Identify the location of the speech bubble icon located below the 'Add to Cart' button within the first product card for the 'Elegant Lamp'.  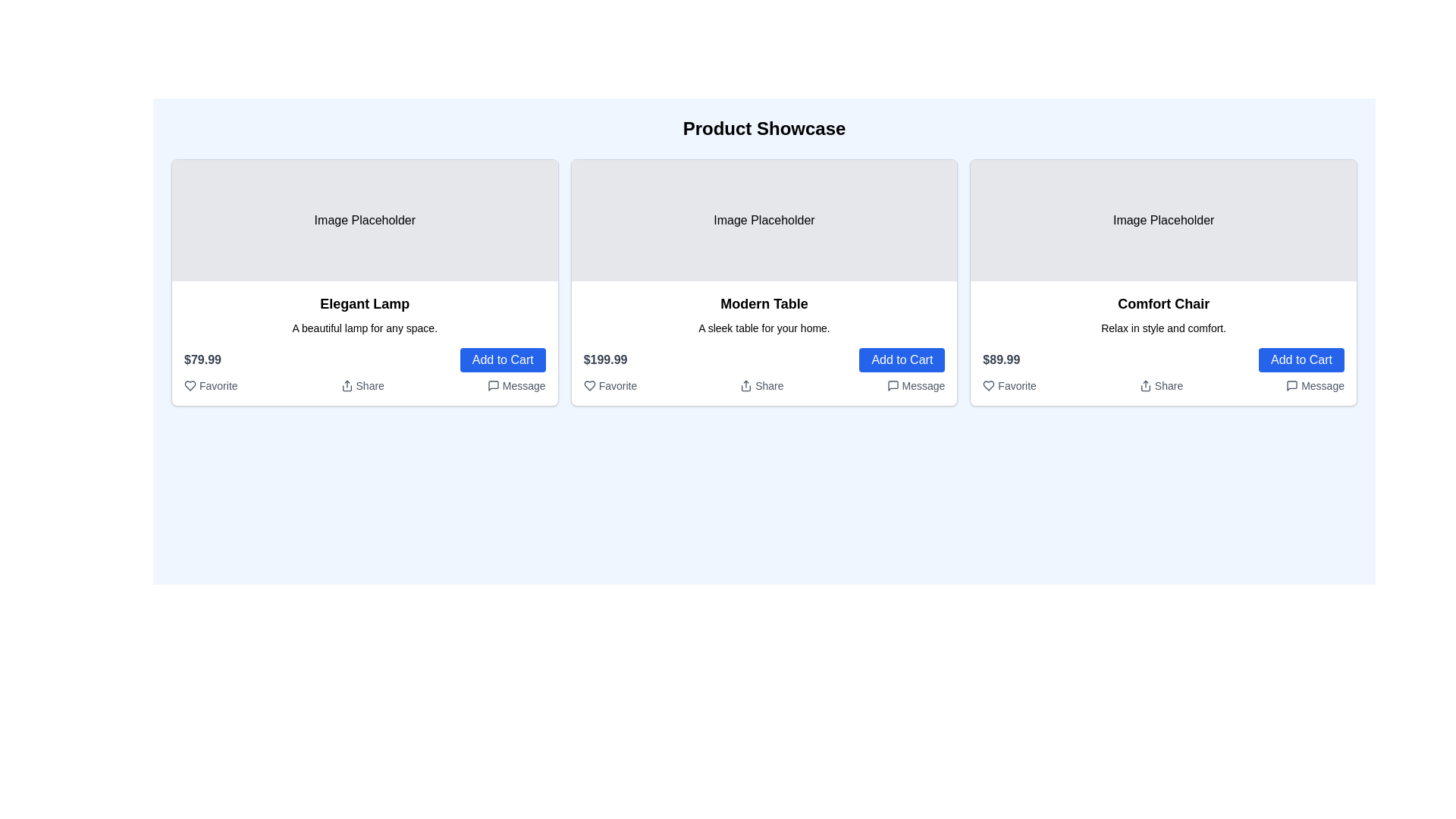
(493, 385).